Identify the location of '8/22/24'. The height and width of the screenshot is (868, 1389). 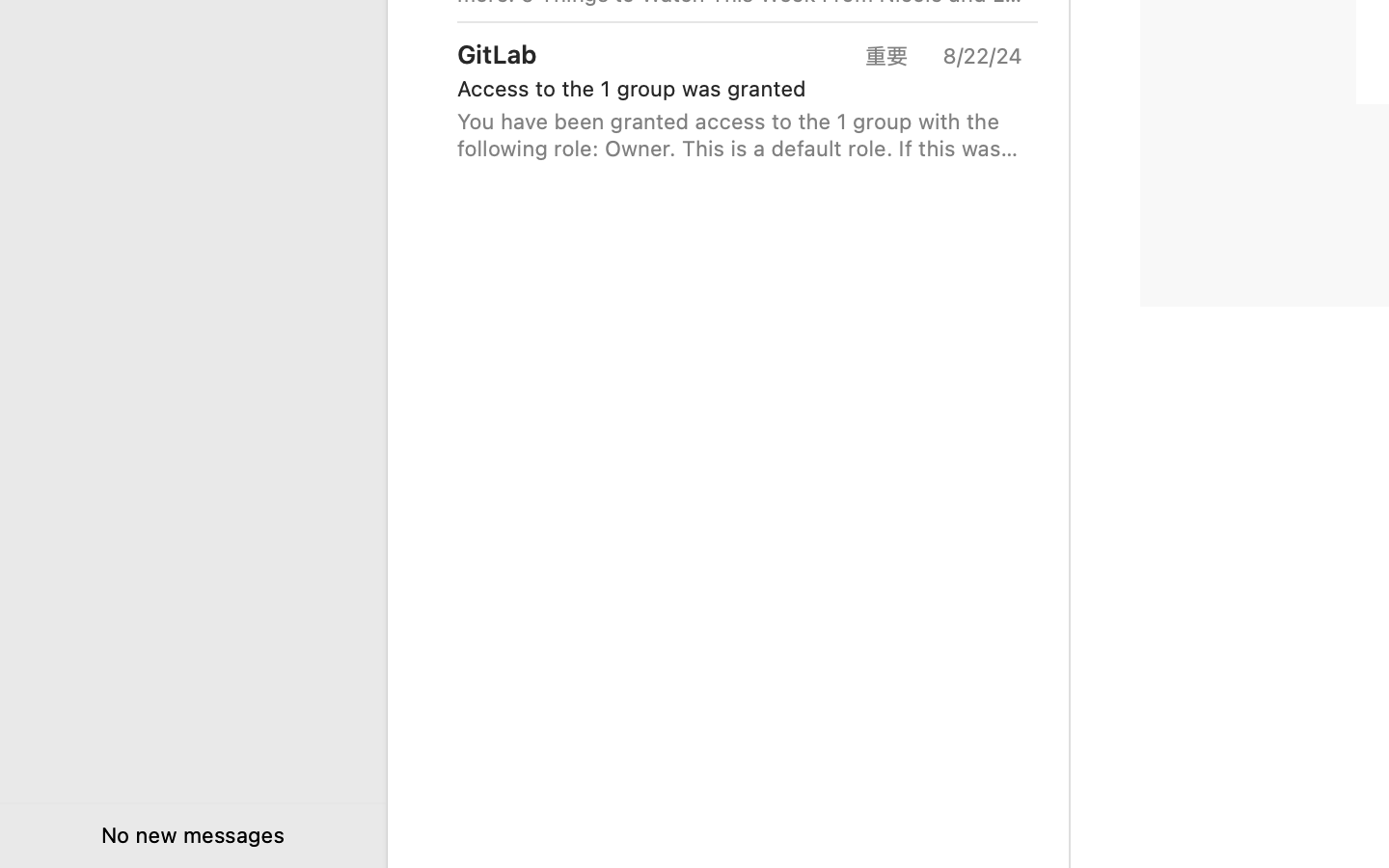
(980, 54).